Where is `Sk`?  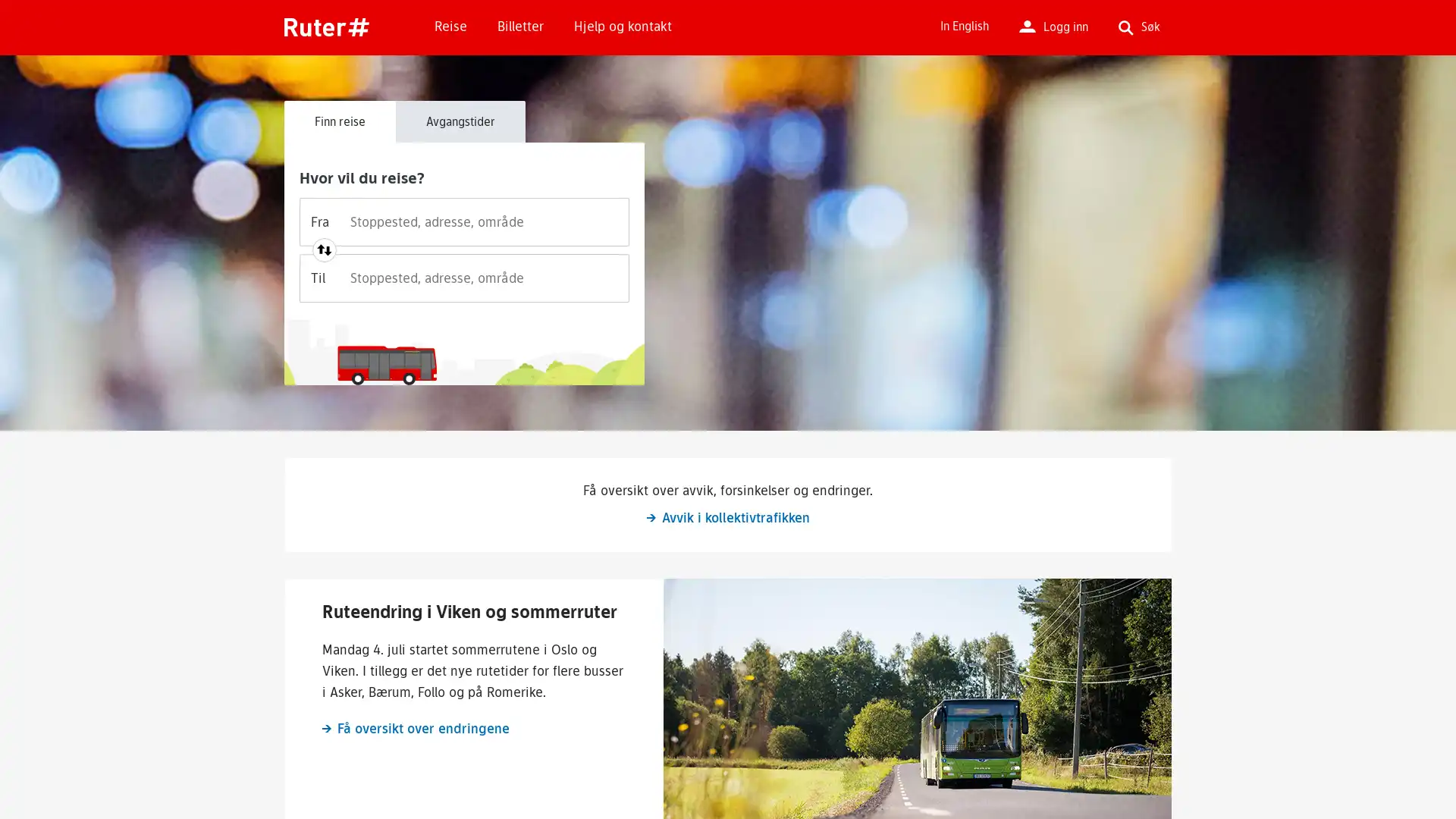 Sk is located at coordinates (971, 137).